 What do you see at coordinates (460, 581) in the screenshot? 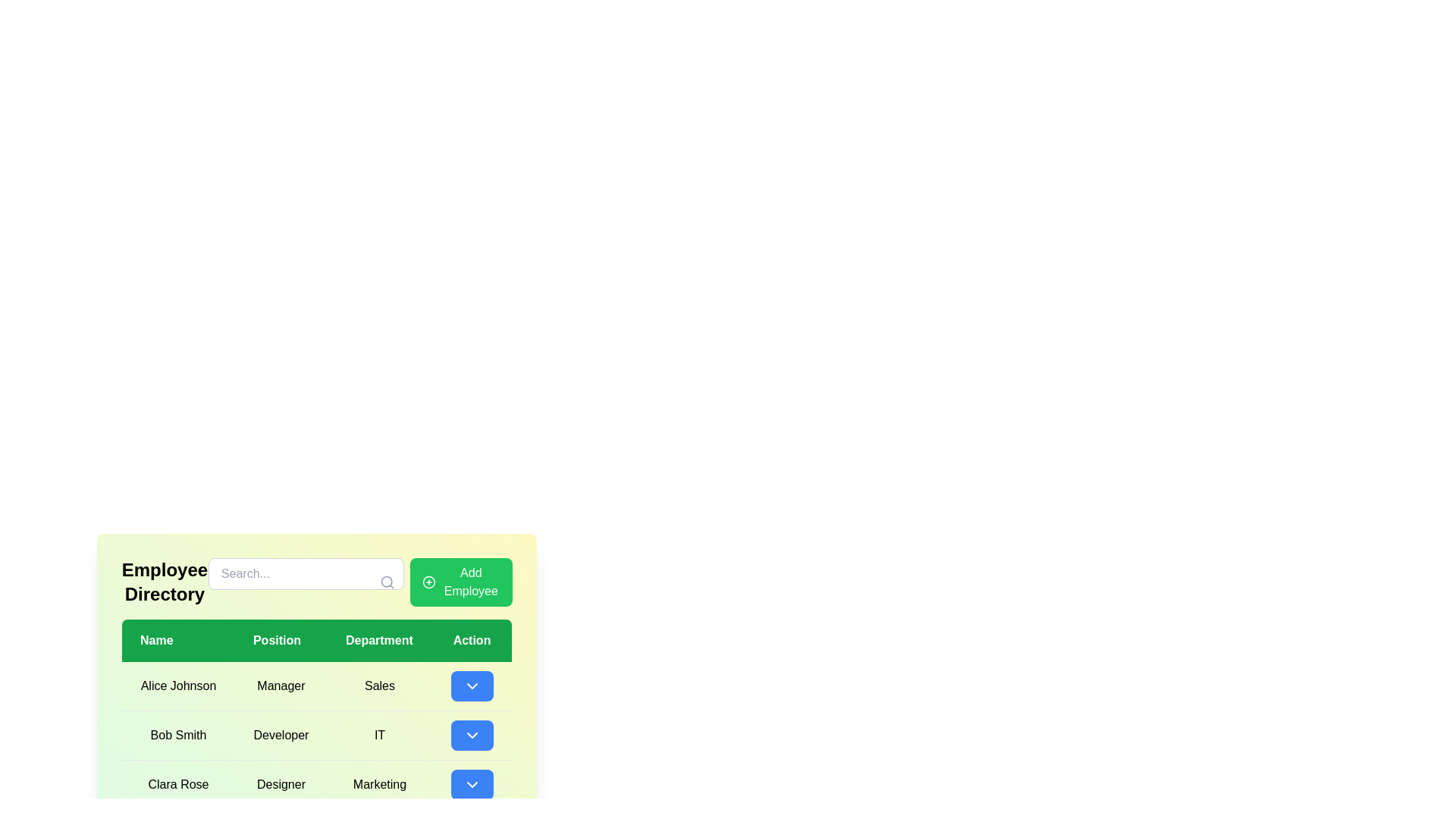
I see `the green 'Add Employee' button with rounded corners` at bounding box center [460, 581].